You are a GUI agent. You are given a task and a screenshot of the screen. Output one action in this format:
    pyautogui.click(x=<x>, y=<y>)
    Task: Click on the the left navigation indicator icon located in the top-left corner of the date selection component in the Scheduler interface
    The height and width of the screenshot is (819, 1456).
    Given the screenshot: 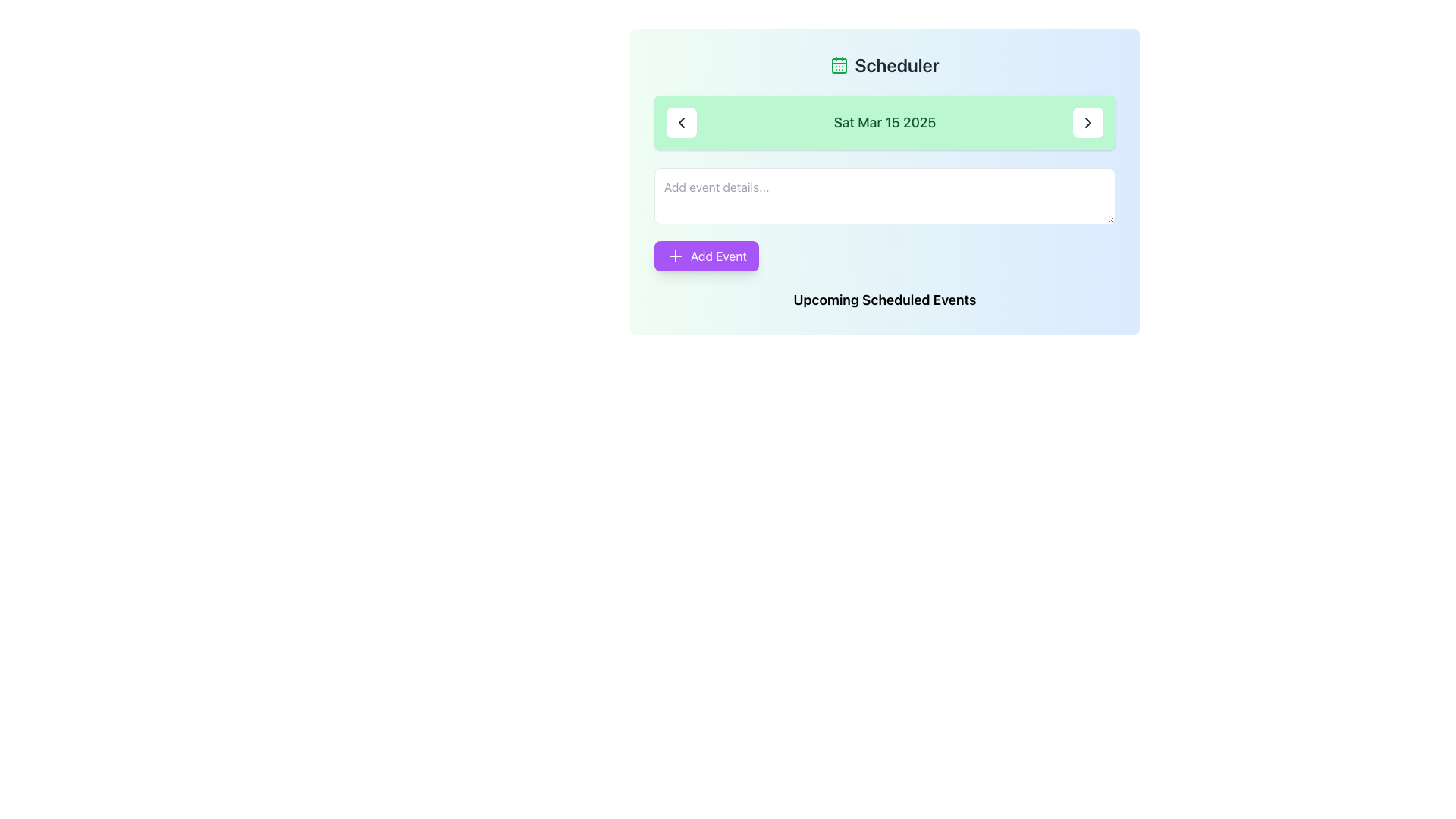 What is the action you would take?
    pyautogui.click(x=680, y=122)
    